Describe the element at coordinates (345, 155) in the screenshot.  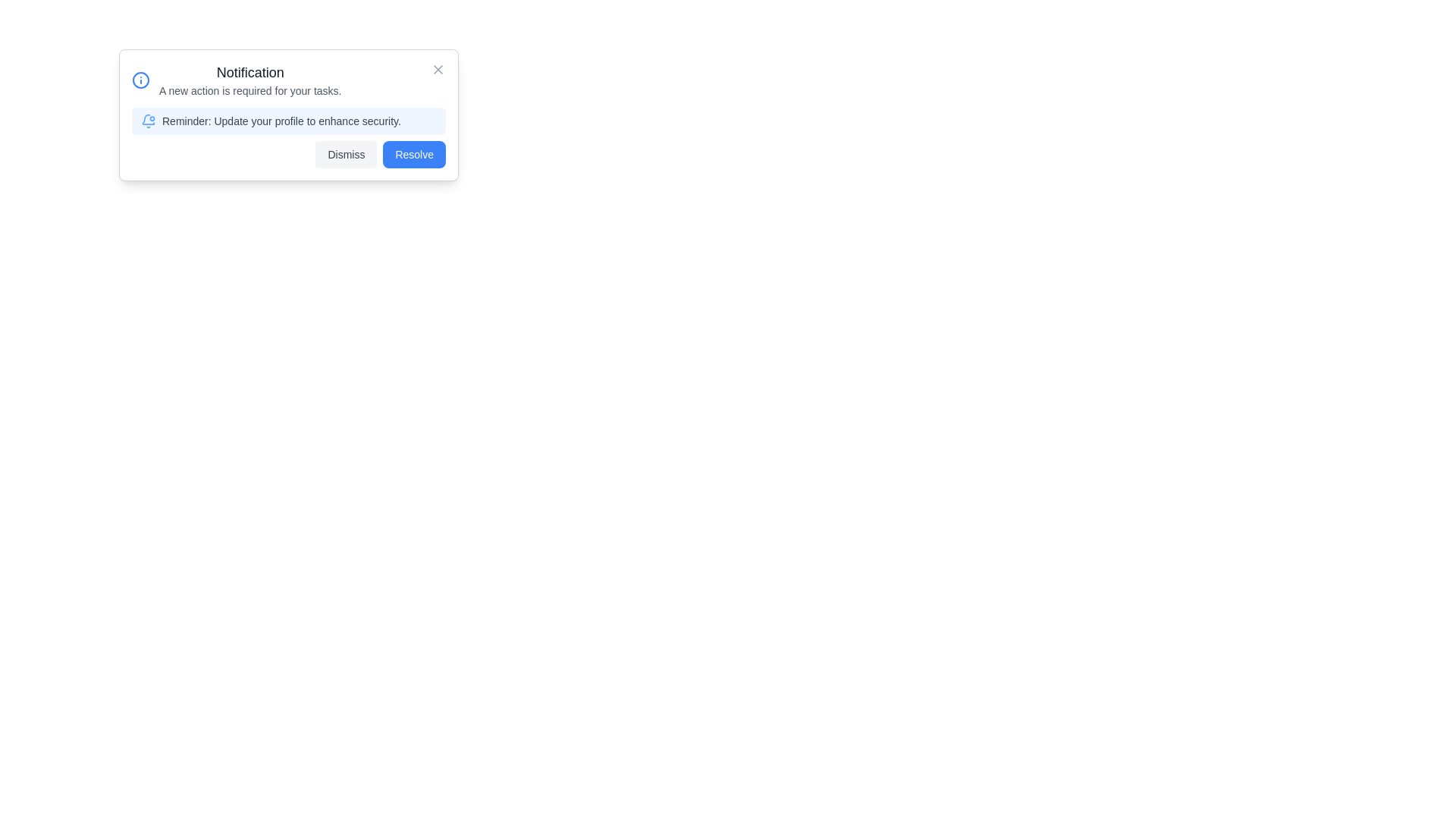
I see `the button located in the notification dialog box, positioned to the left of the blue 'Resolve' button` at that location.